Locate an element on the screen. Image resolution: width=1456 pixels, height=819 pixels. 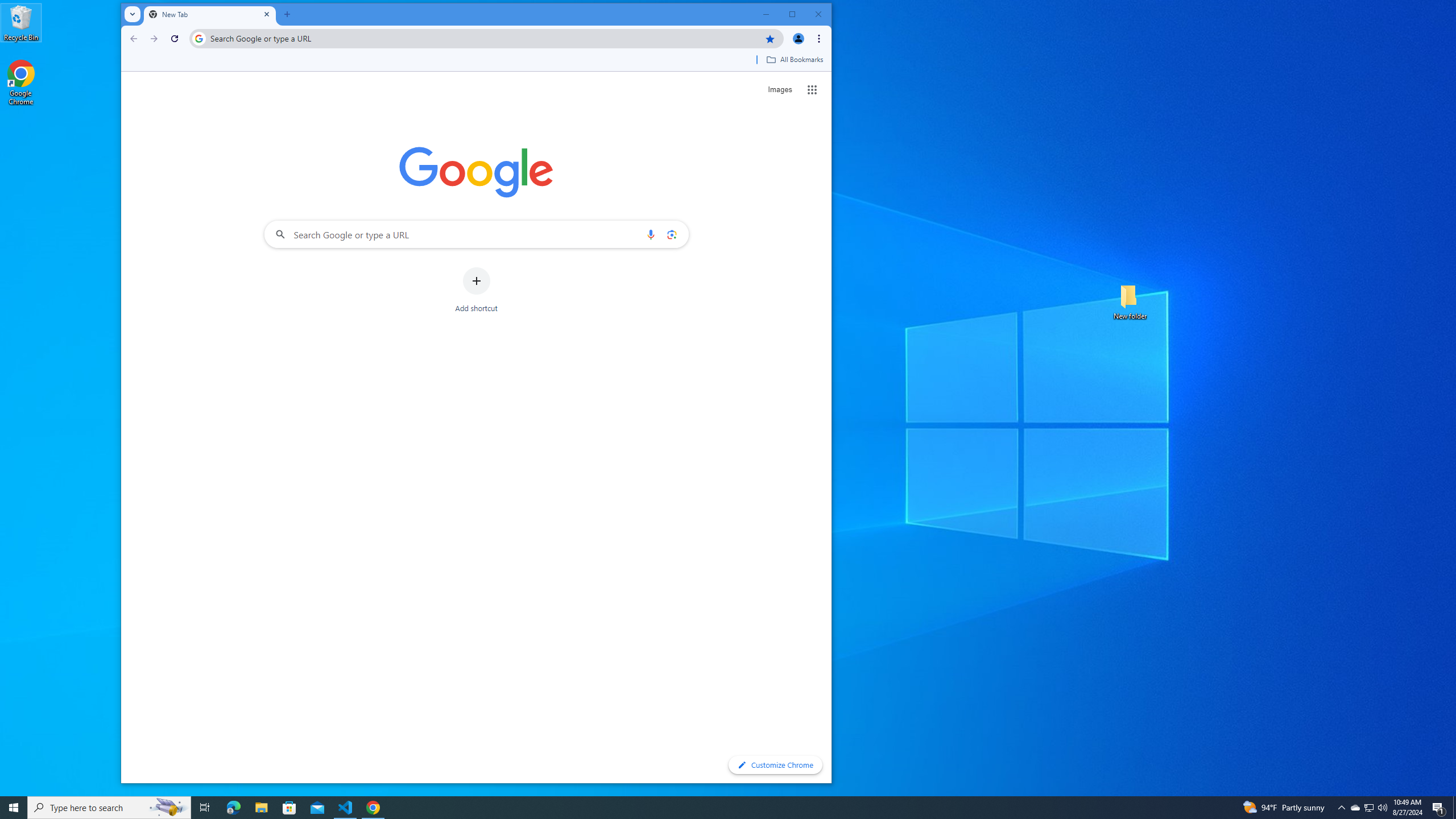
'Recycle Bin' is located at coordinates (20, 22).